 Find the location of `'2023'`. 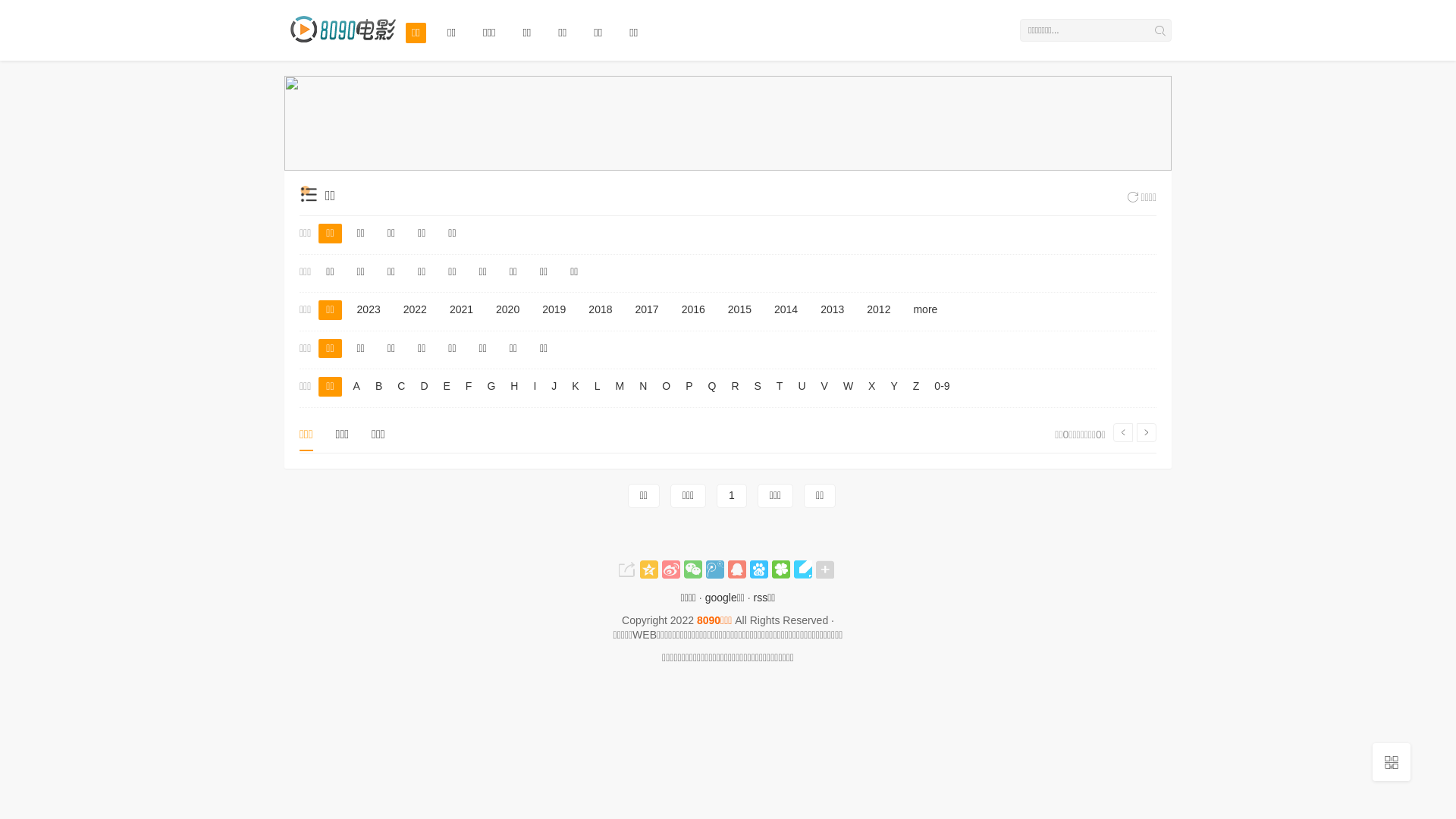

'2023' is located at coordinates (369, 309).